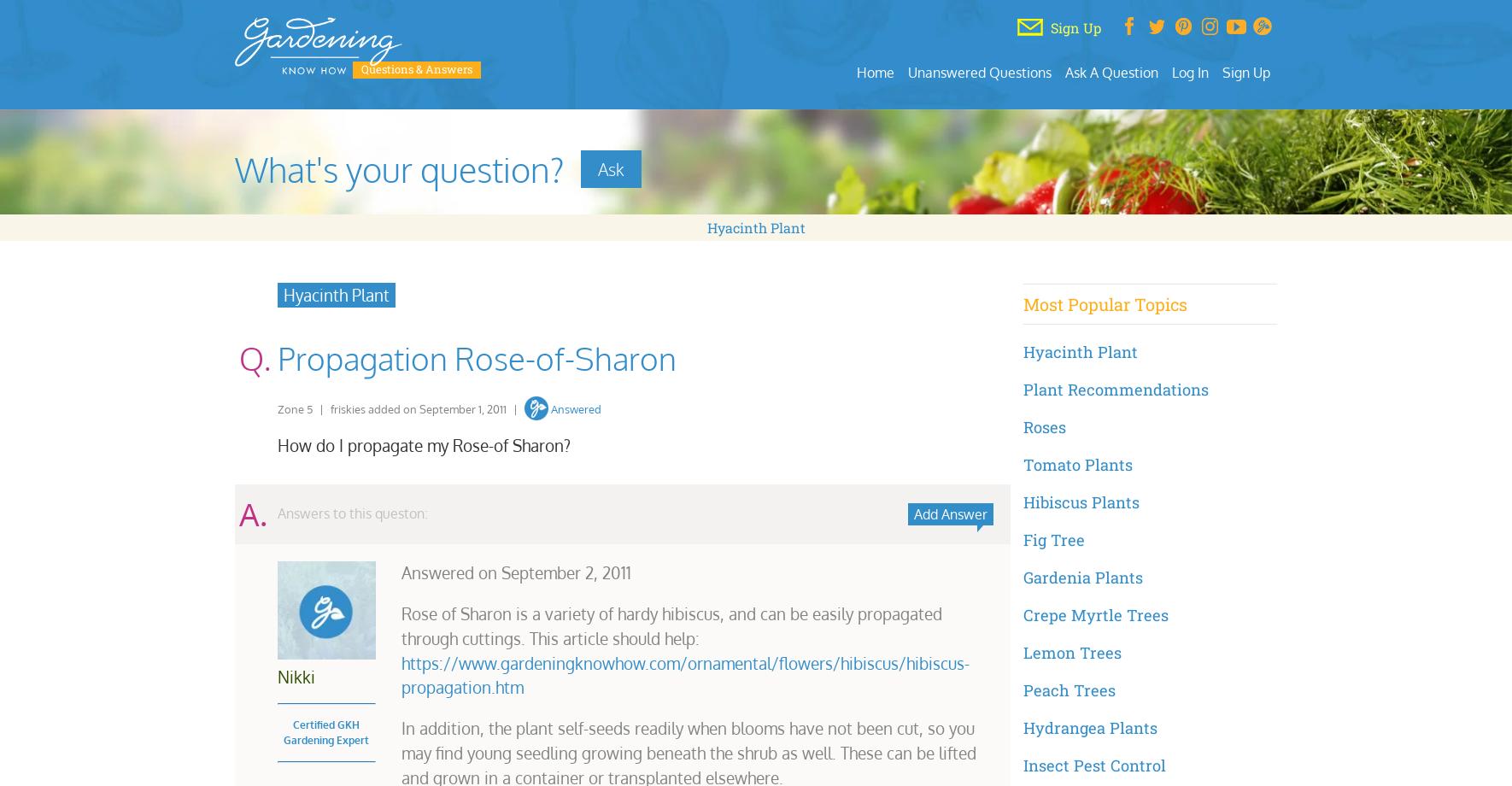 This screenshot has height=786, width=1512. Describe the element at coordinates (1190, 71) in the screenshot. I see `'Log In'` at that location.